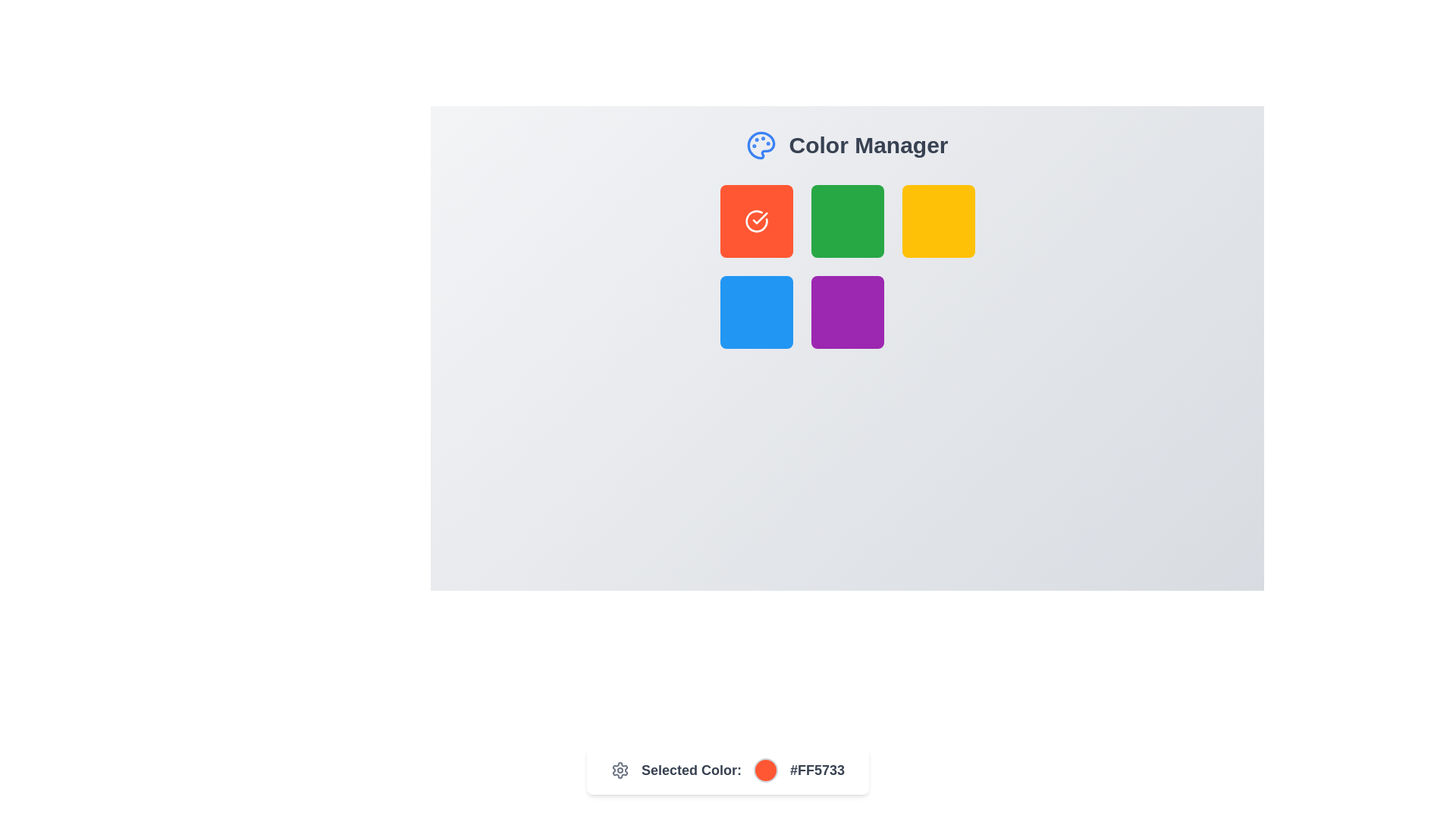 This screenshot has width=1456, height=819. What do you see at coordinates (756, 221) in the screenshot?
I see `the orange square button with rounded corners that features a white checkmark icon, located at the top-left corner of a 3x3 grid layout` at bounding box center [756, 221].